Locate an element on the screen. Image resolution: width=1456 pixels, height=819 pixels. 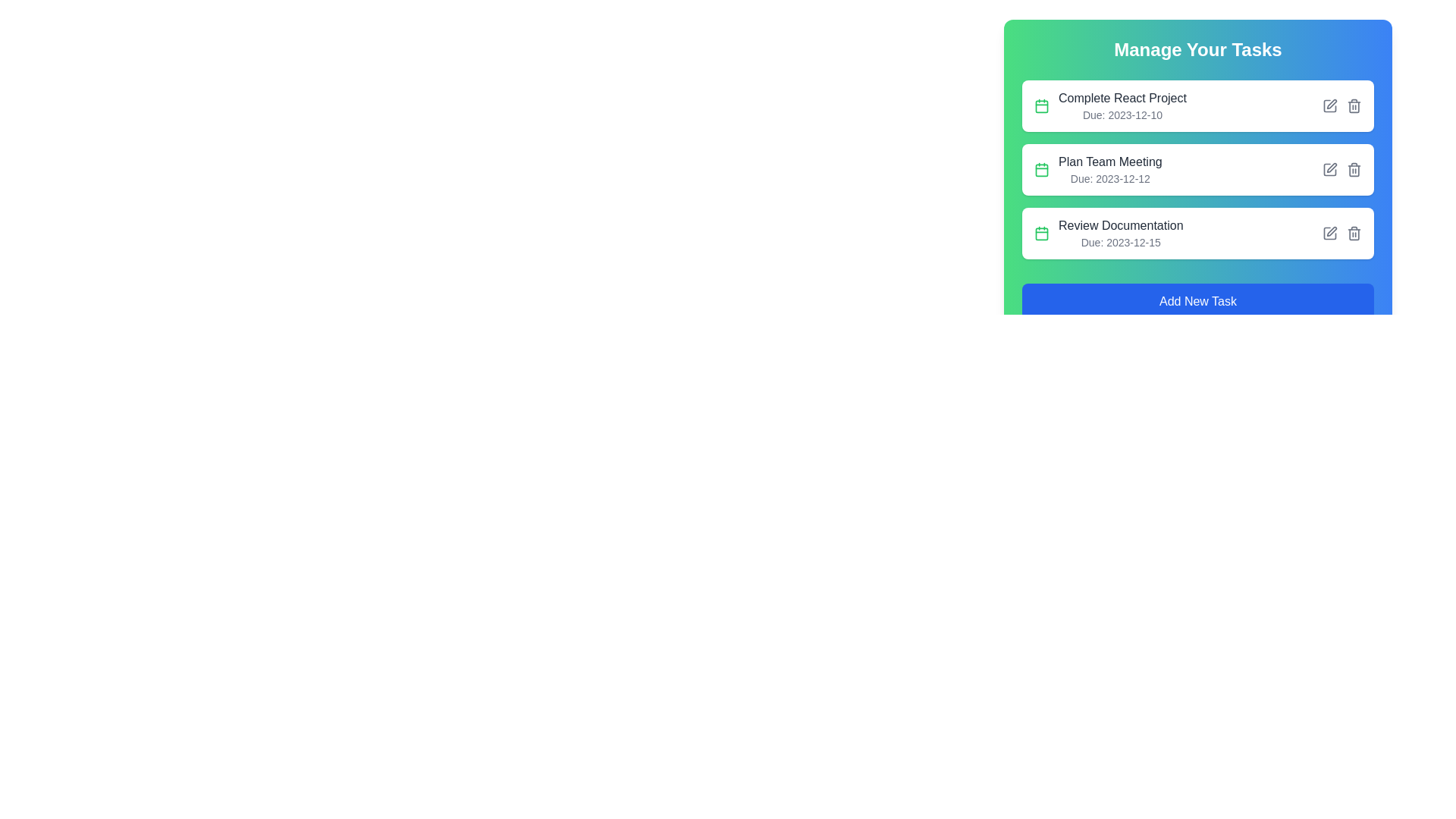
the green calendar icon located to the left of the text 'Complete React ProjectDue: 2023-12-10' in the 'Manage Your Tasks' section is located at coordinates (1040, 105).